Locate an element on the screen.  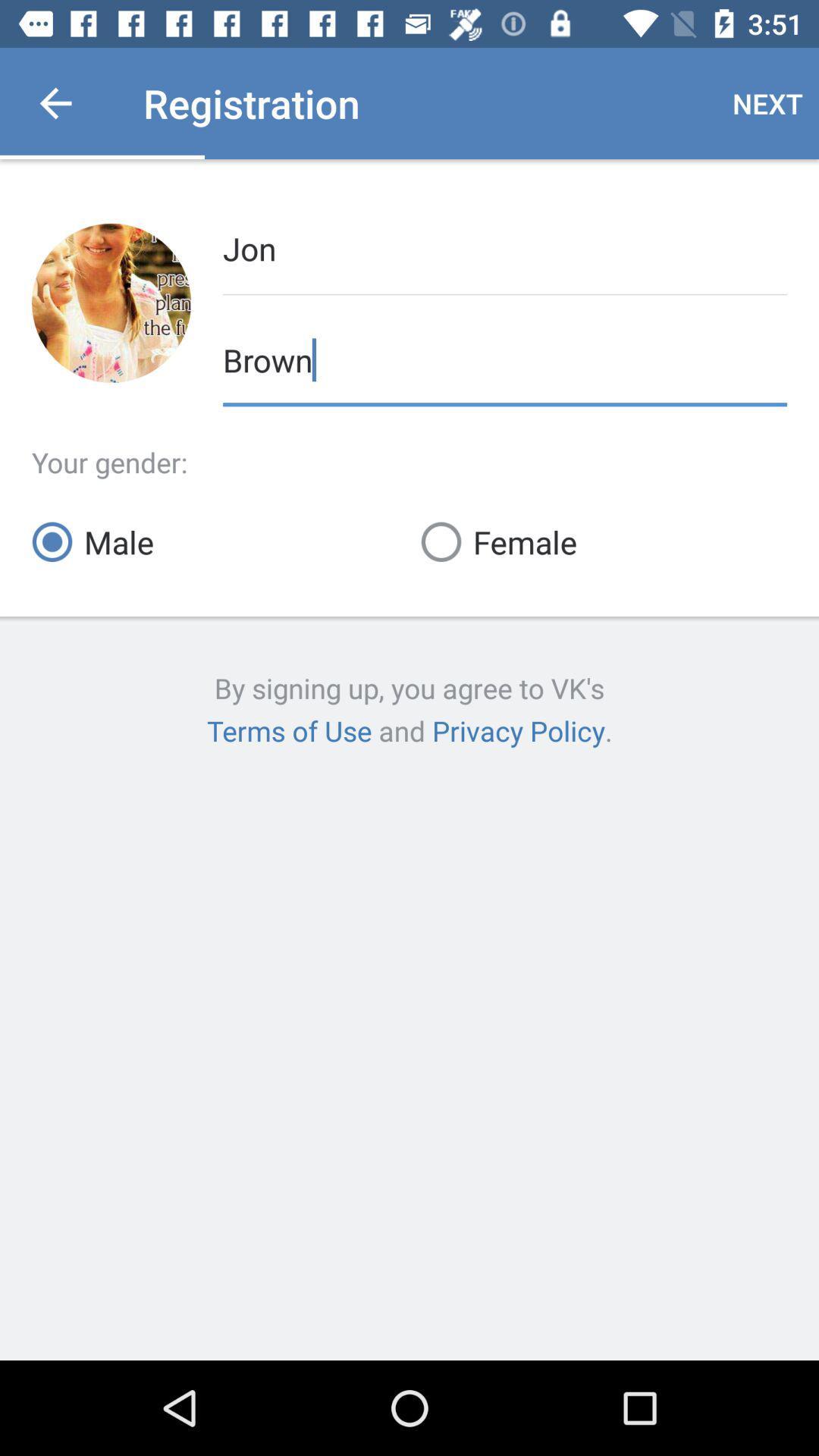
icon below the jon icon is located at coordinates (505, 358).